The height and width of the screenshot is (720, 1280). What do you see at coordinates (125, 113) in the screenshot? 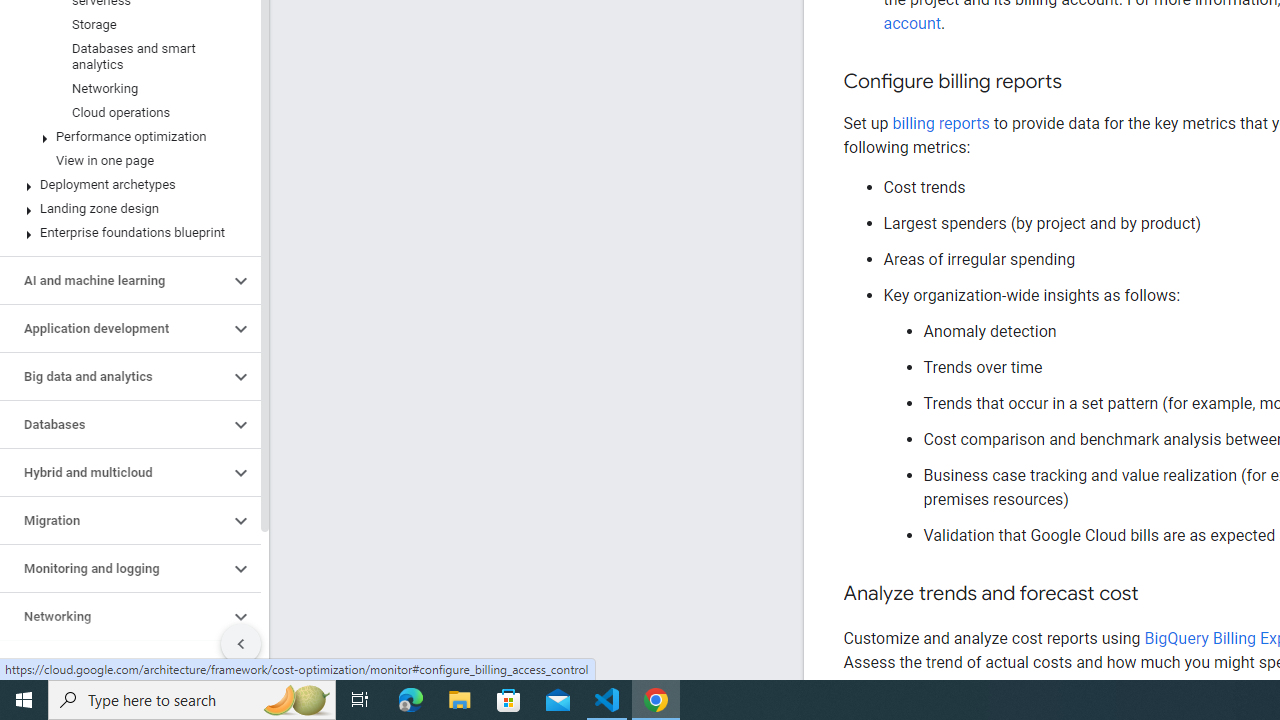
I see `'Cloud operations'` at bounding box center [125, 113].